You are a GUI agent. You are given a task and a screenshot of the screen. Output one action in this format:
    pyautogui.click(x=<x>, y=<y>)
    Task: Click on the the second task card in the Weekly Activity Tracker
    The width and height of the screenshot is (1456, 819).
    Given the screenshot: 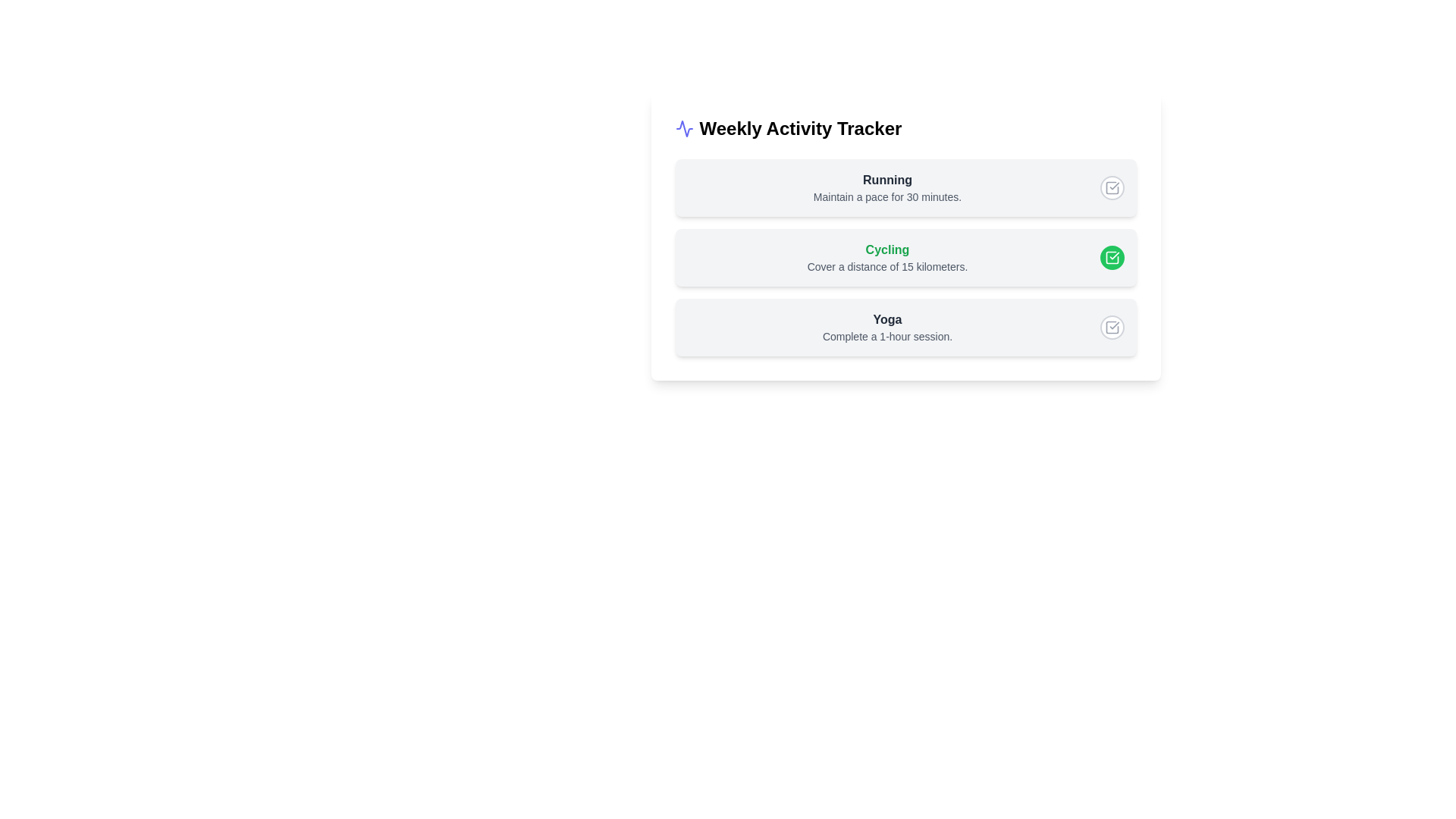 What is the action you would take?
    pyautogui.click(x=905, y=237)
    